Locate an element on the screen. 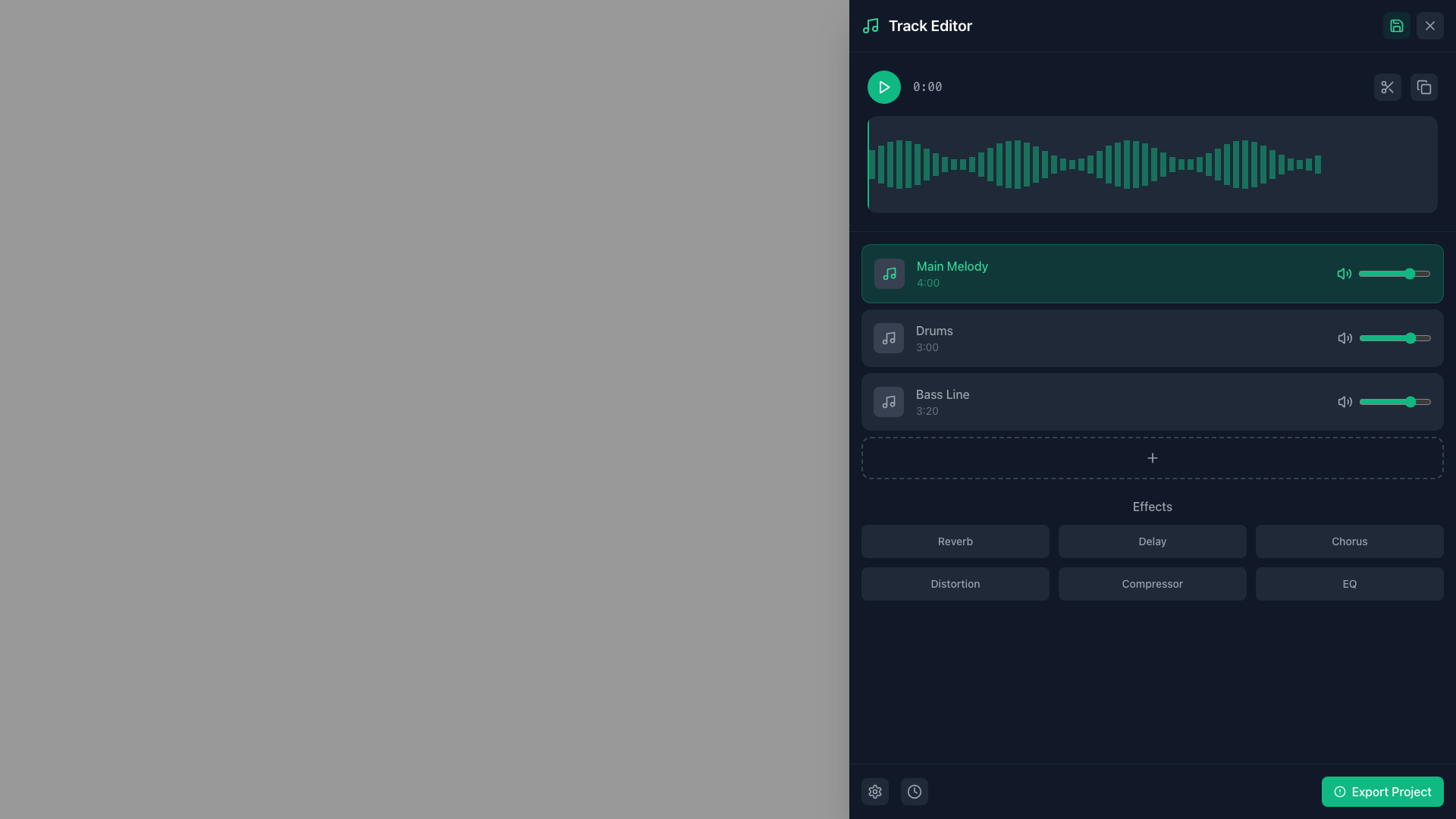 The height and width of the screenshot is (819, 1456). the context of the last vertical bar in the waveform sequence, which is a semi-transparent emerald colored bar located in the 'Track Editor' interface is located at coordinates (1316, 164).